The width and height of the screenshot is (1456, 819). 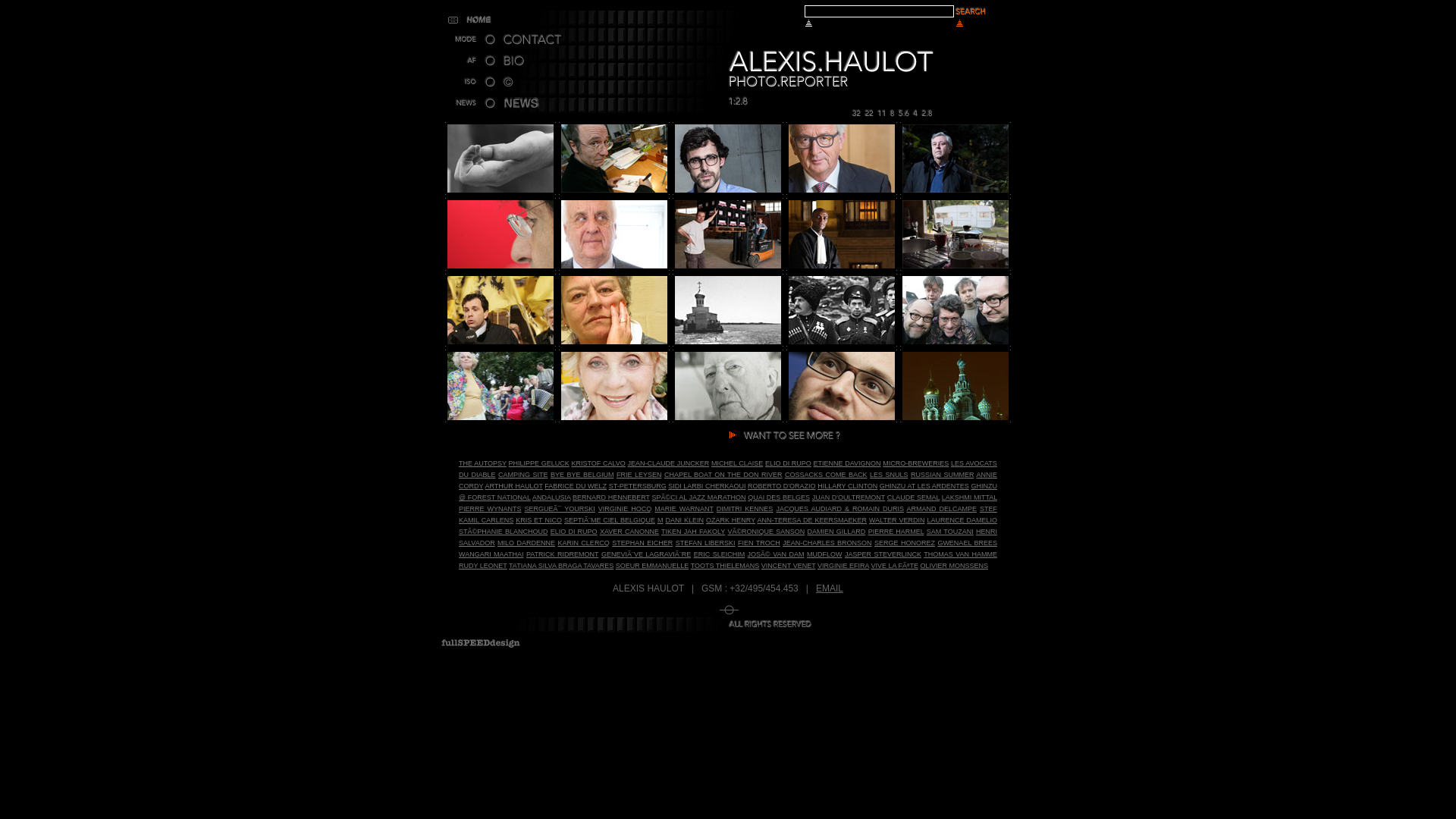 What do you see at coordinates (639, 473) in the screenshot?
I see `'FRIE LEYSEN'` at bounding box center [639, 473].